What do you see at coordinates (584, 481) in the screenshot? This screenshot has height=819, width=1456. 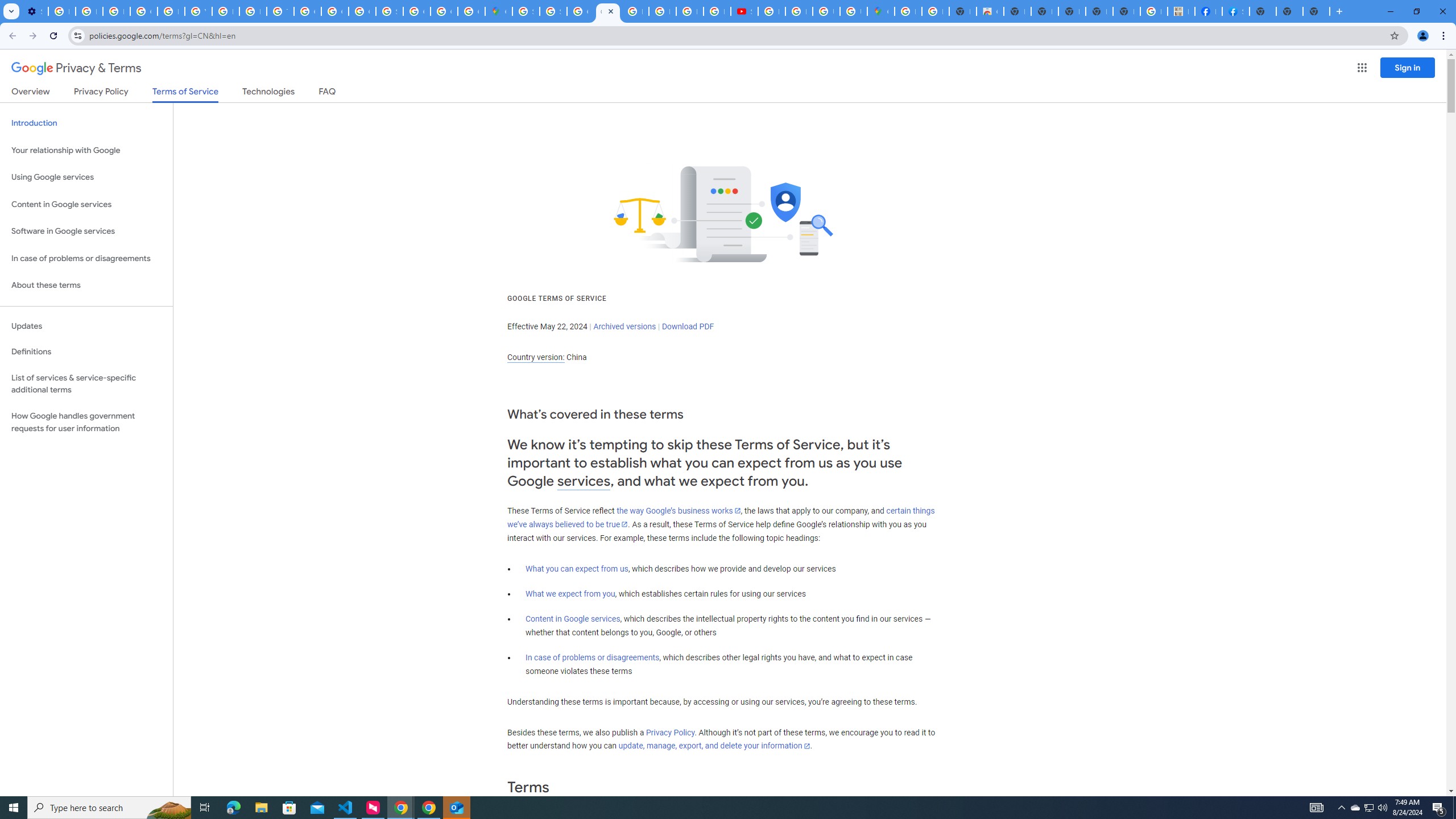 I see `'services'` at bounding box center [584, 481].